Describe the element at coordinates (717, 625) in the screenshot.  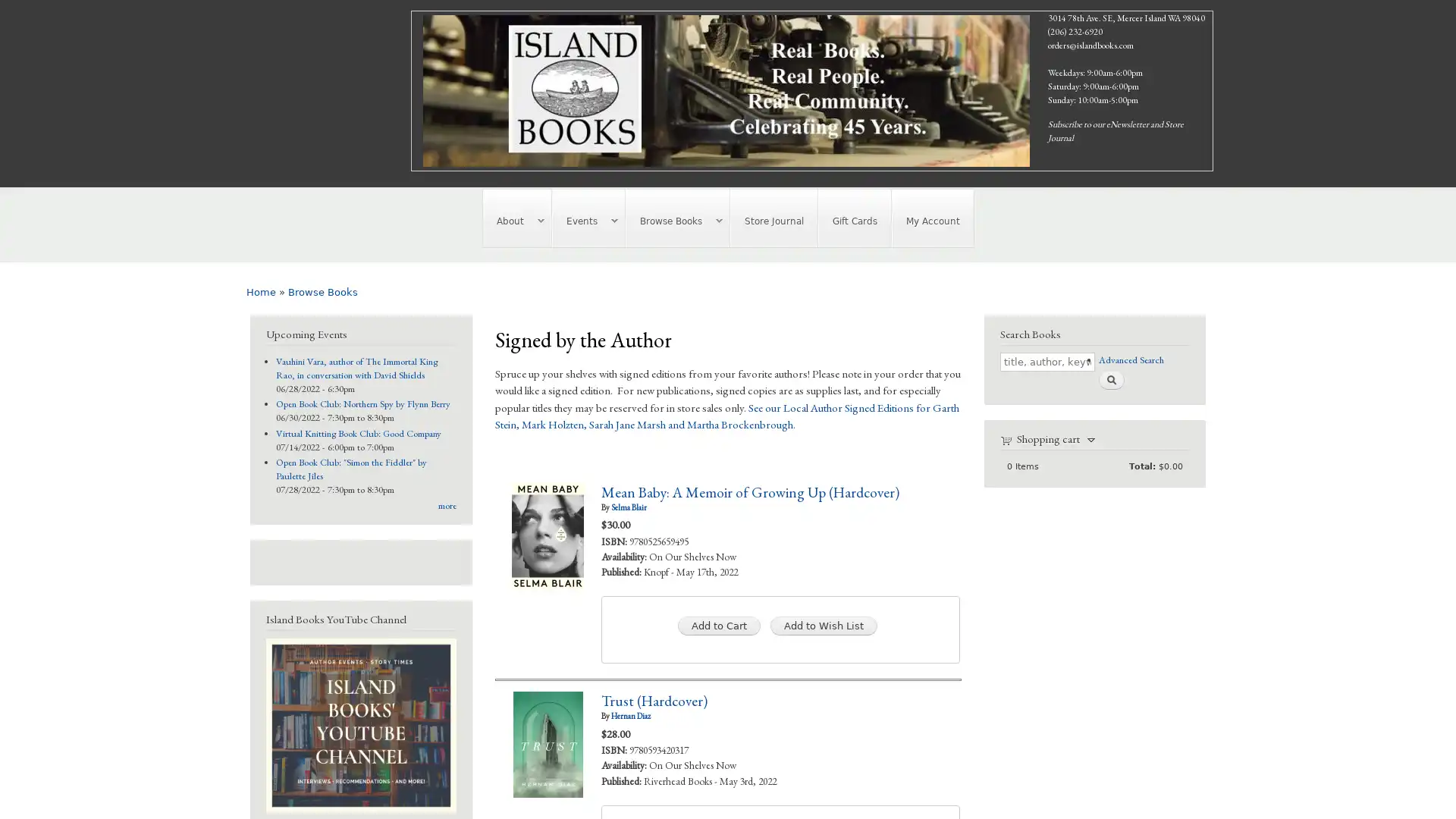
I see `Add to Cart` at that location.